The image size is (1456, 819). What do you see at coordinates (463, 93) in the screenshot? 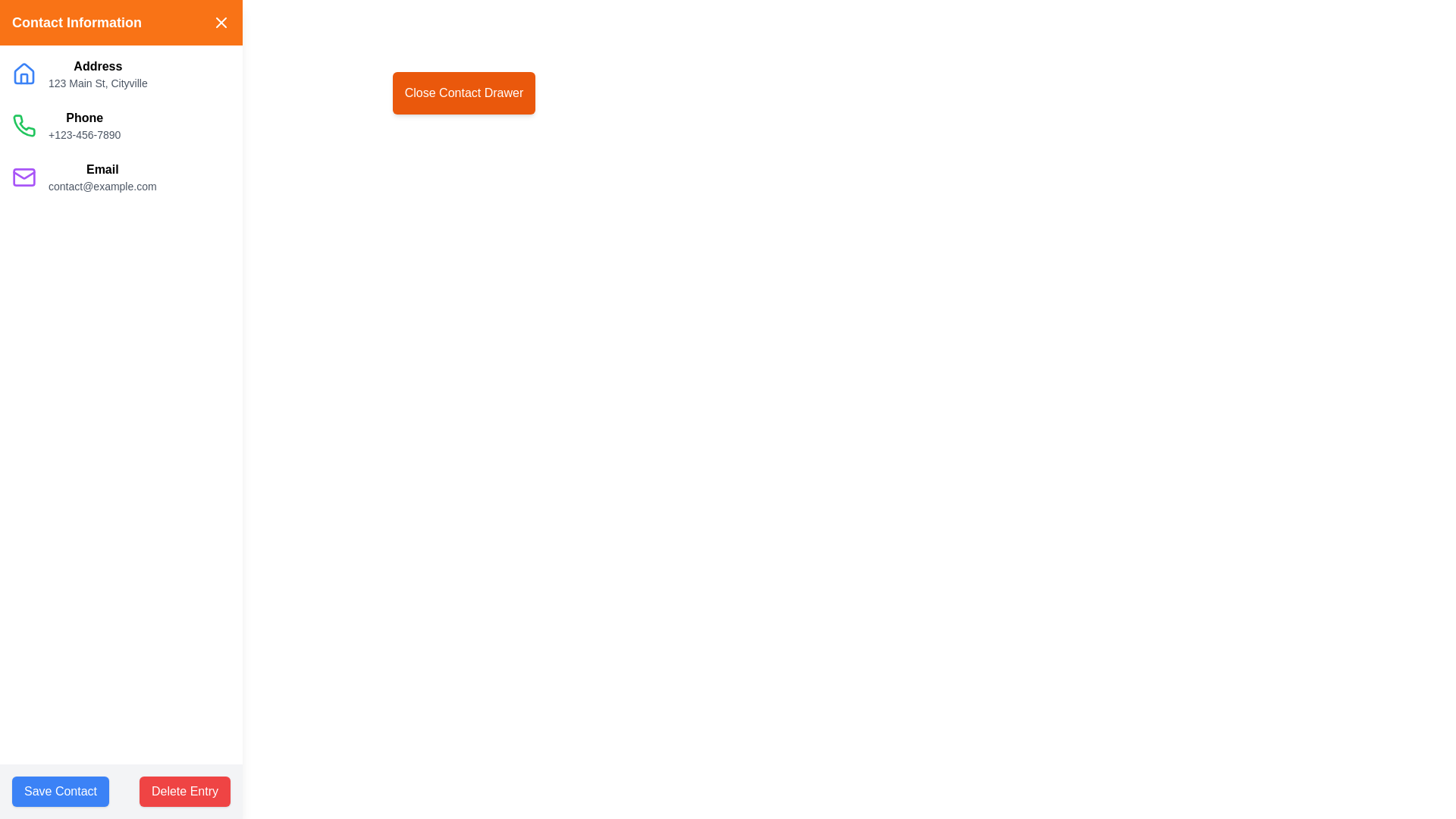
I see `the 'Close Contact Drawer' button, which is an orange button with white text located at the top center of the display, below the 'Contact Information' header` at bounding box center [463, 93].